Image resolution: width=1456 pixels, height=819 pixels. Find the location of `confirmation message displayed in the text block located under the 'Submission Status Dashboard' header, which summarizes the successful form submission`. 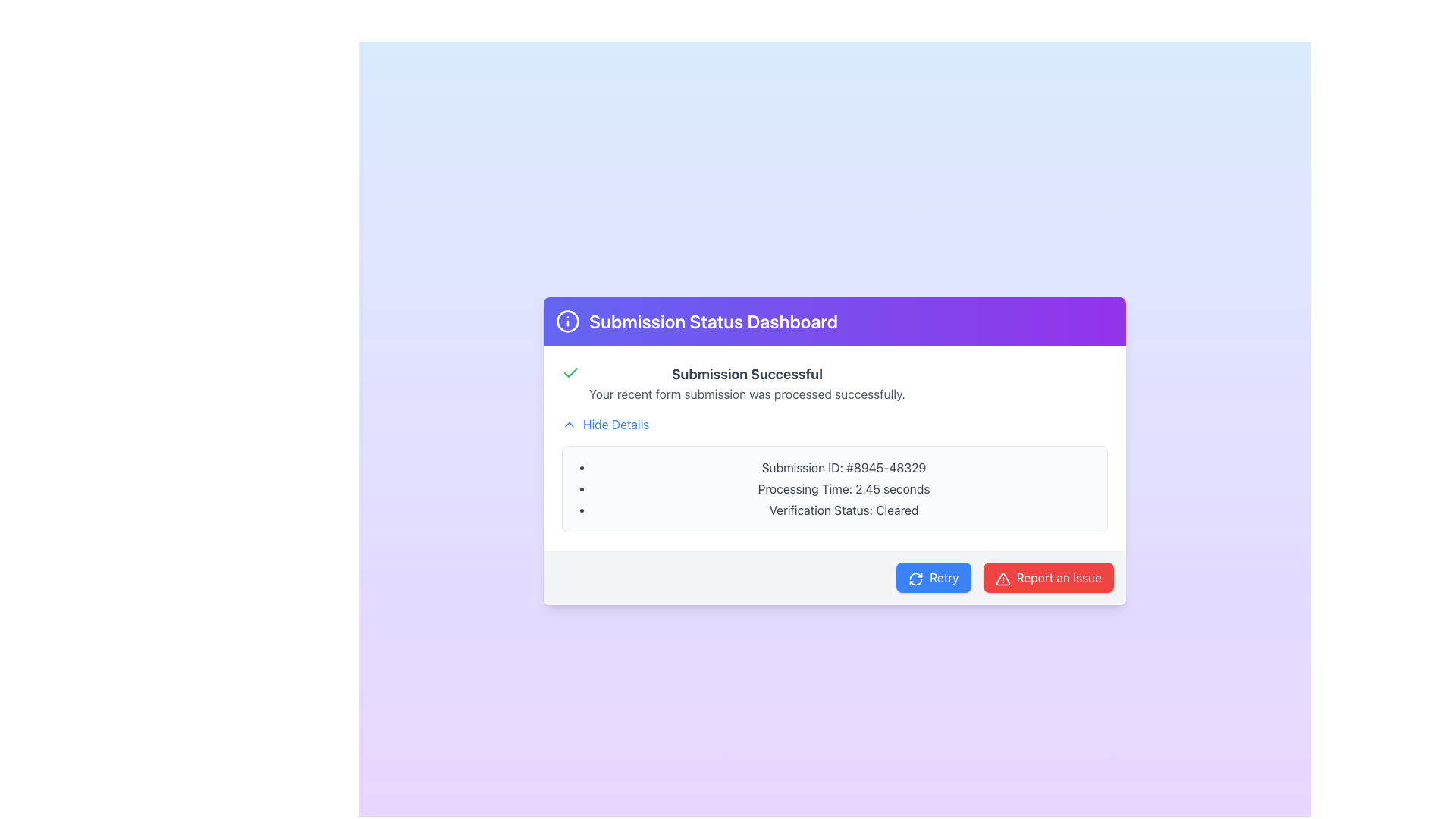

confirmation message displayed in the text block located under the 'Submission Status Dashboard' header, which summarizes the successful form submission is located at coordinates (747, 382).